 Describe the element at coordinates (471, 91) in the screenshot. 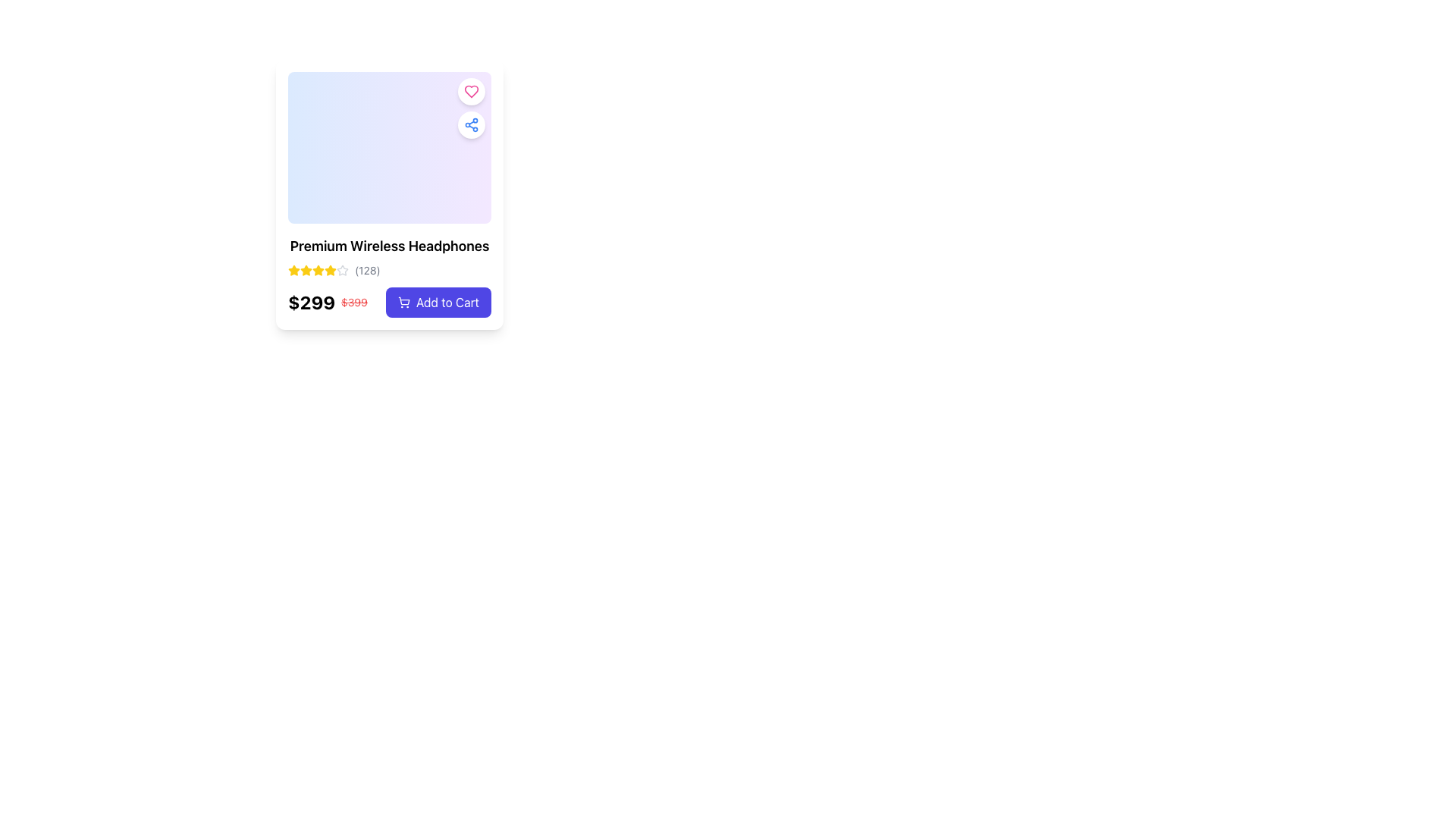

I see `the Icon button located in the top-right corner of the product card` at that location.